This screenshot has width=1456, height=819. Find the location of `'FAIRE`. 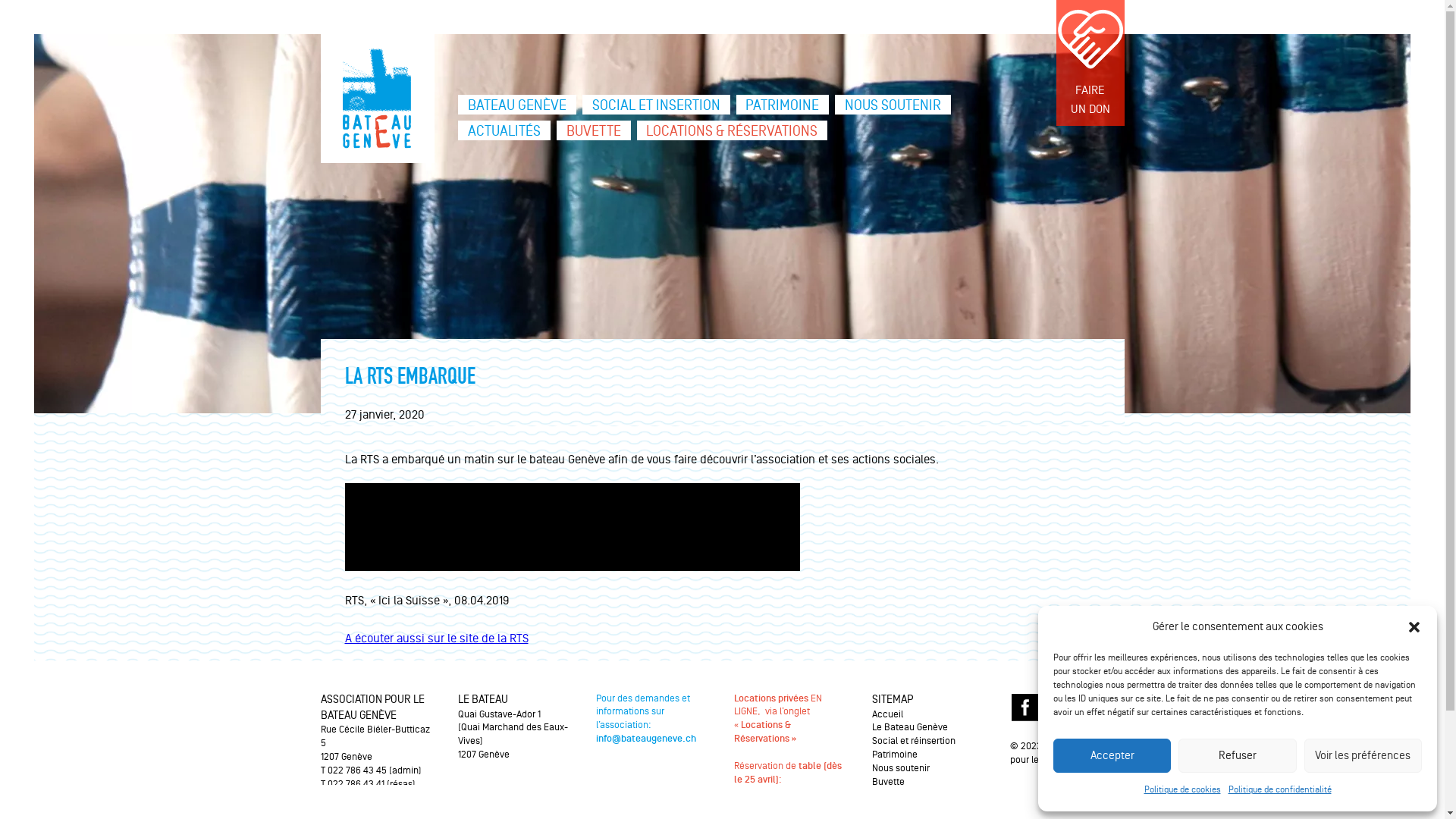

'FAIRE is located at coordinates (1088, 62).